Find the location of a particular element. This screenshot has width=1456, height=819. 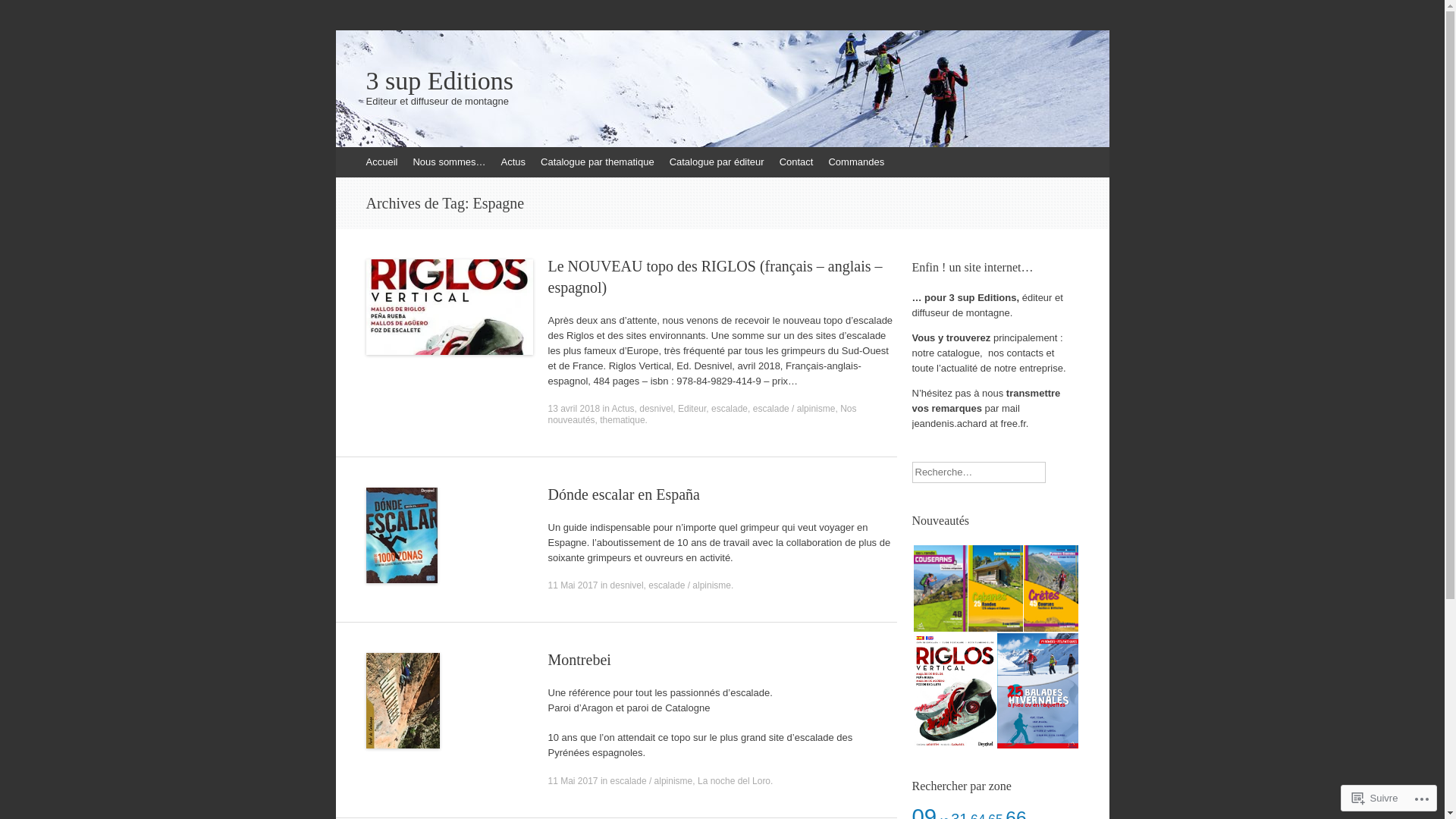

'La noche del Loro' is located at coordinates (734, 780).